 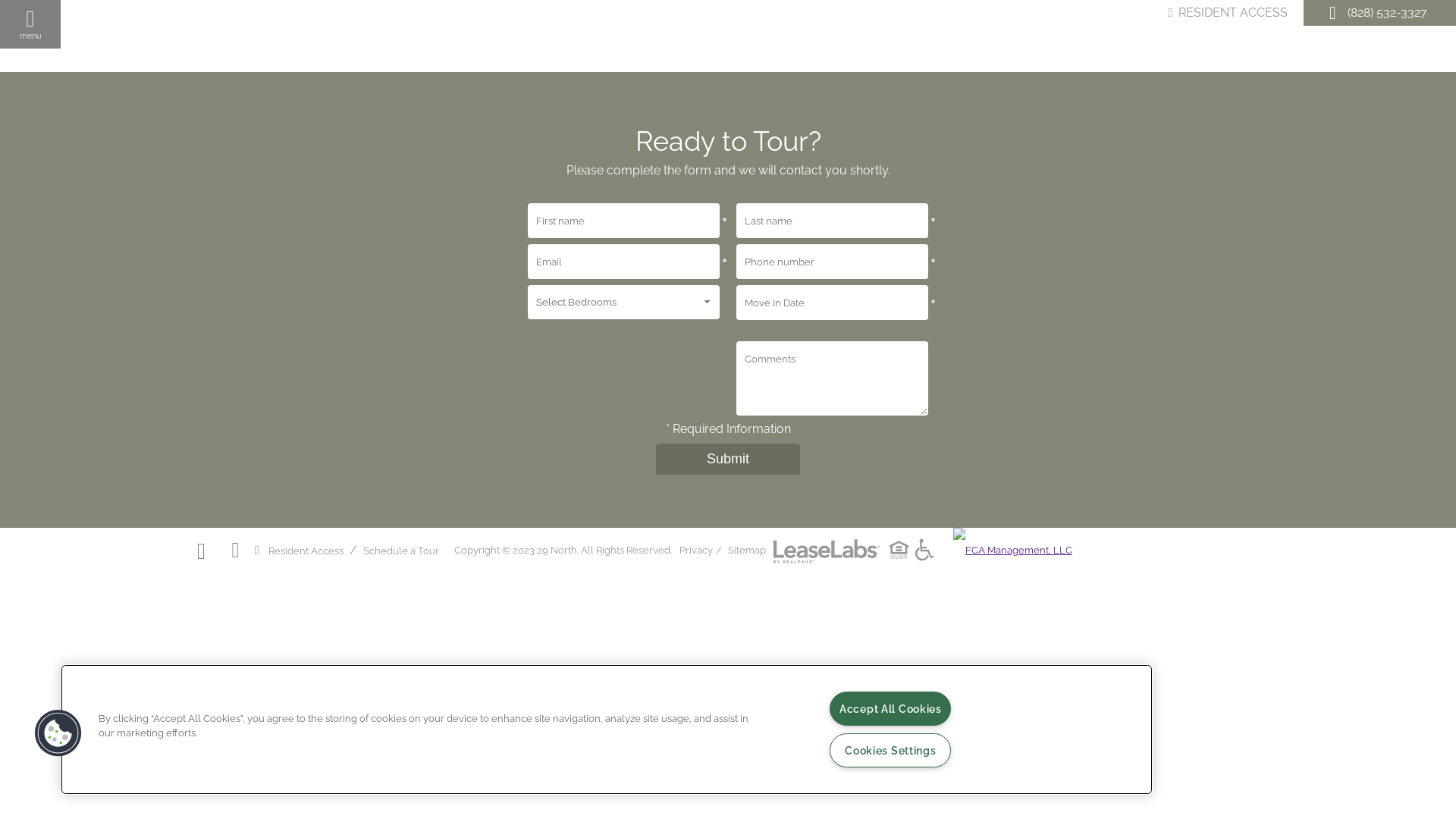 I want to click on 'Move In Date', so click(x=831, y=302).